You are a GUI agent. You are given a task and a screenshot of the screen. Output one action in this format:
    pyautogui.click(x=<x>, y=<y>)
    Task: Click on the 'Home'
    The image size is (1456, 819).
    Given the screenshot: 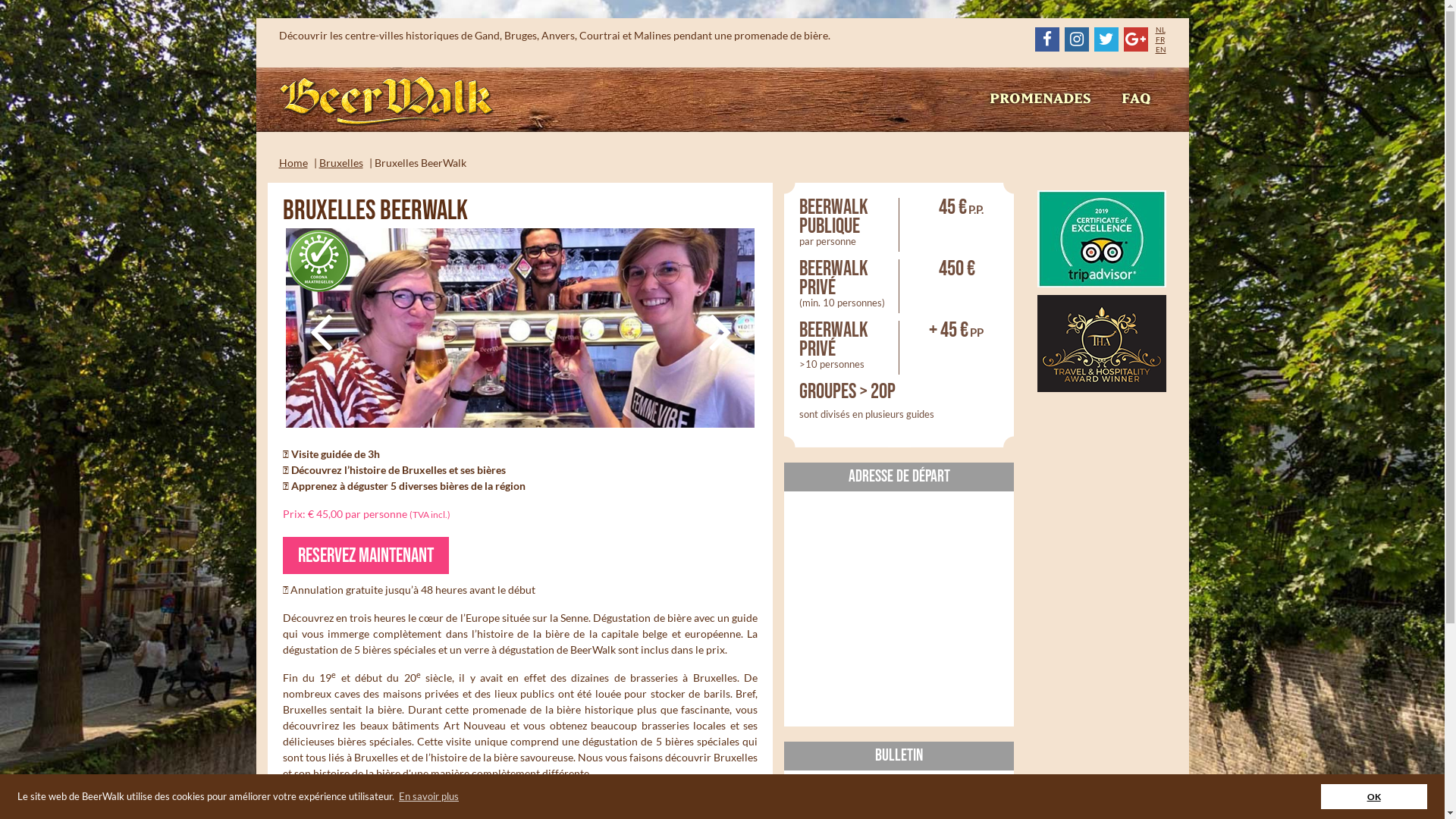 What is the action you would take?
    pyautogui.click(x=293, y=162)
    